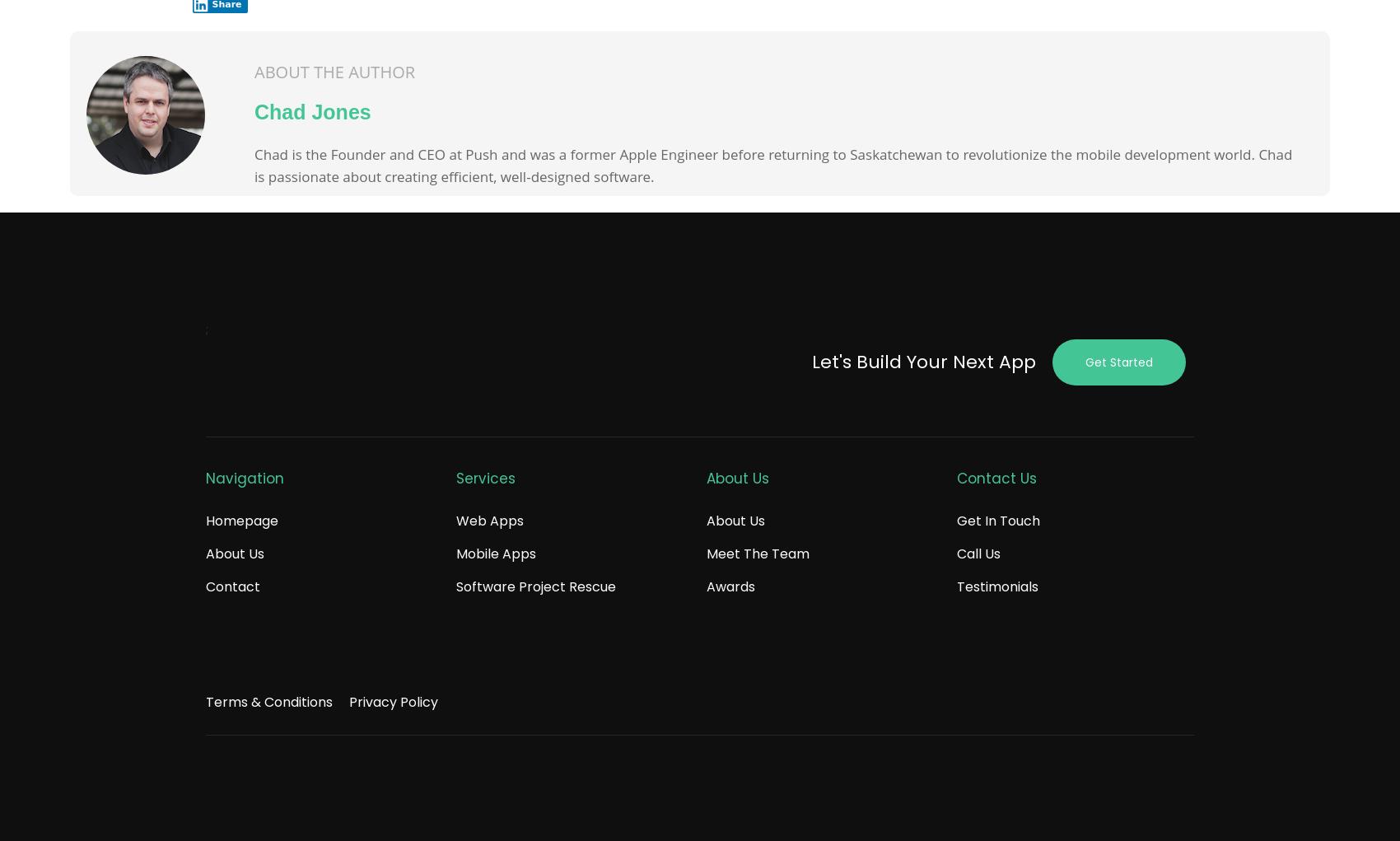 This screenshot has height=841, width=1400. What do you see at coordinates (233, 586) in the screenshot?
I see `'Contact'` at bounding box center [233, 586].